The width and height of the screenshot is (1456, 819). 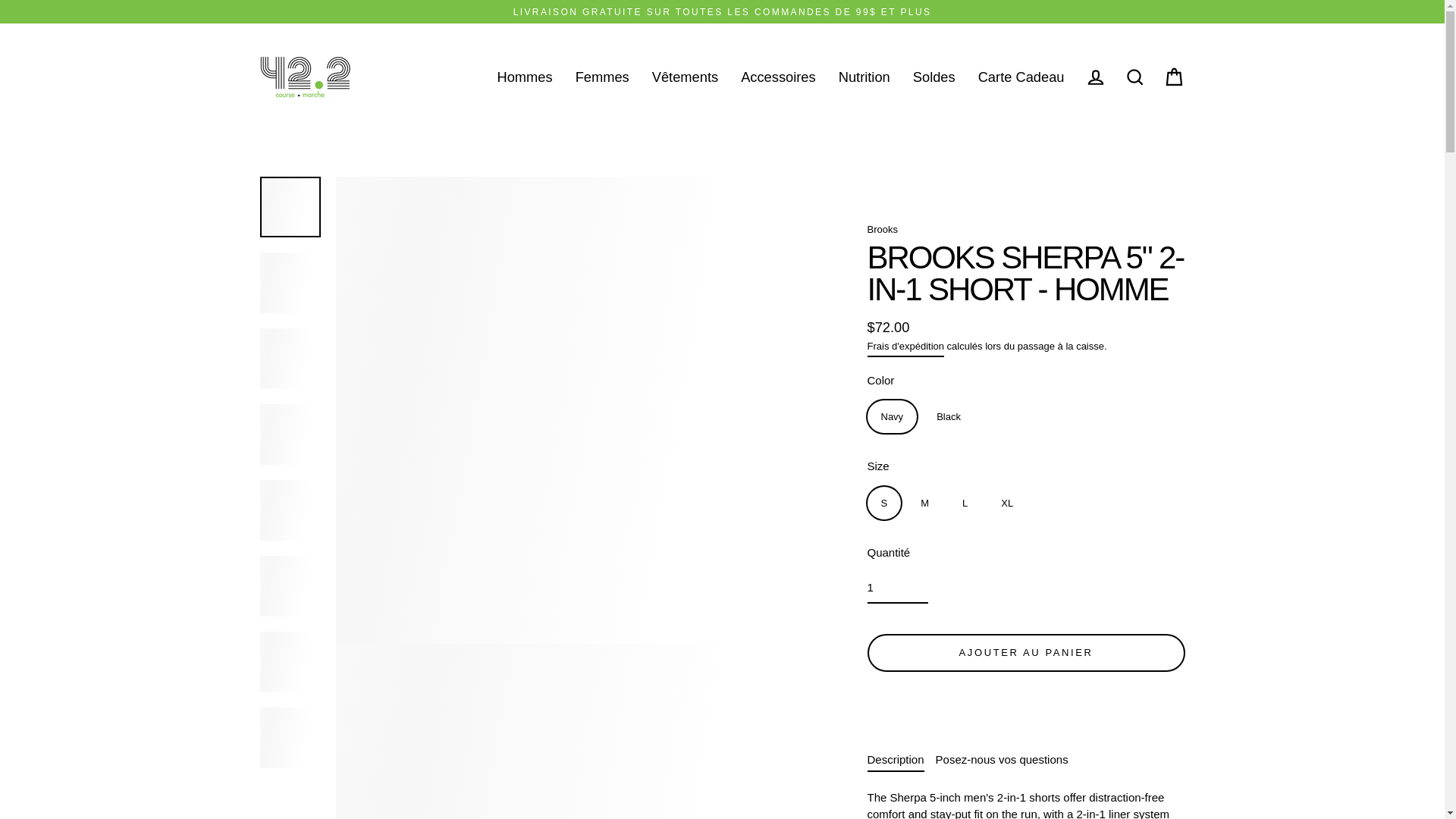 I want to click on 'AJOUTER AU PANIER', so click(x=1026, y=651).